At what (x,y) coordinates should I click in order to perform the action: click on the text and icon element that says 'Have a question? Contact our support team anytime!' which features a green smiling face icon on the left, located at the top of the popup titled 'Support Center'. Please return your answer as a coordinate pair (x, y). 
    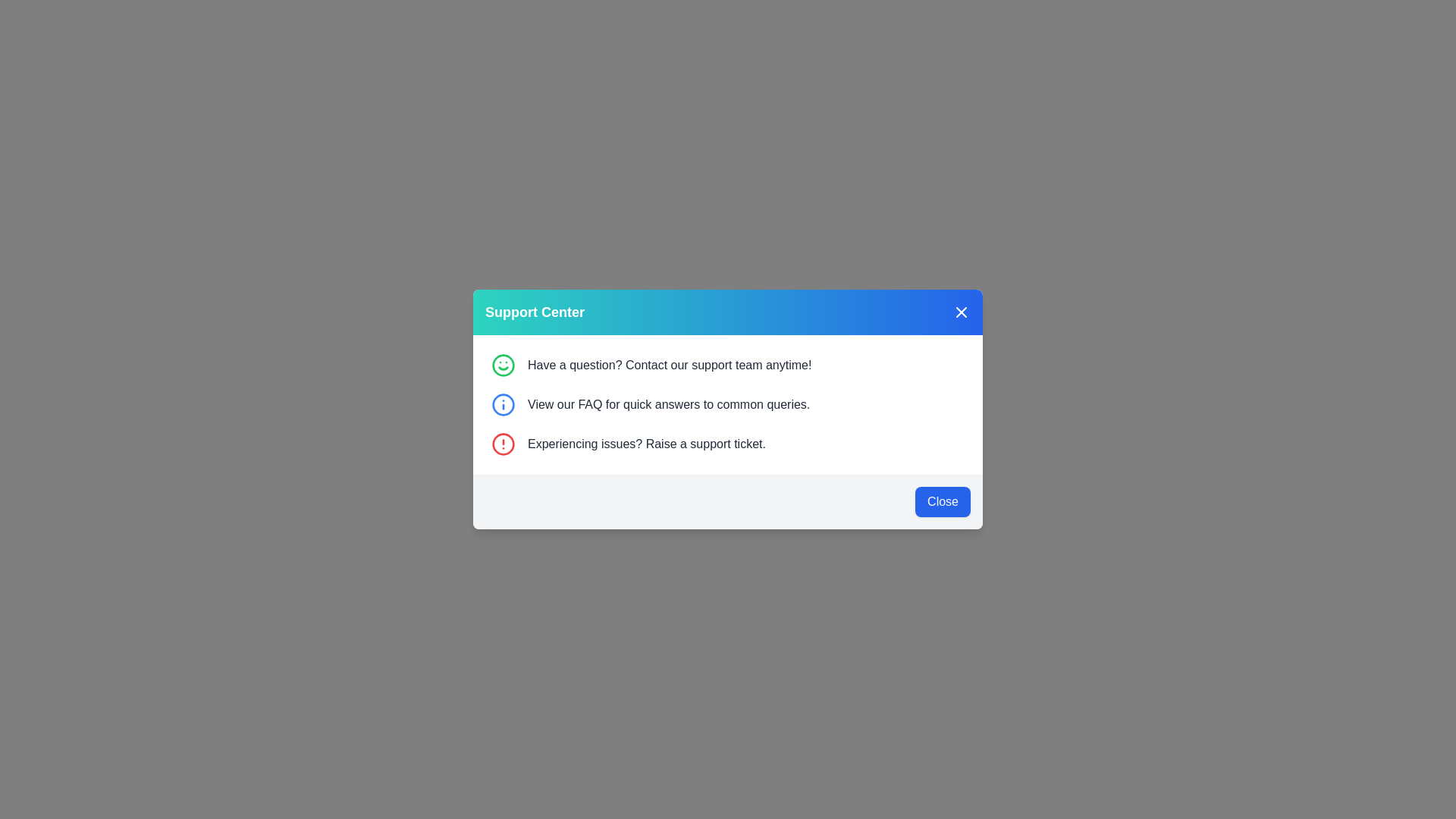
    Looking at the image, I should click on (728, 366).